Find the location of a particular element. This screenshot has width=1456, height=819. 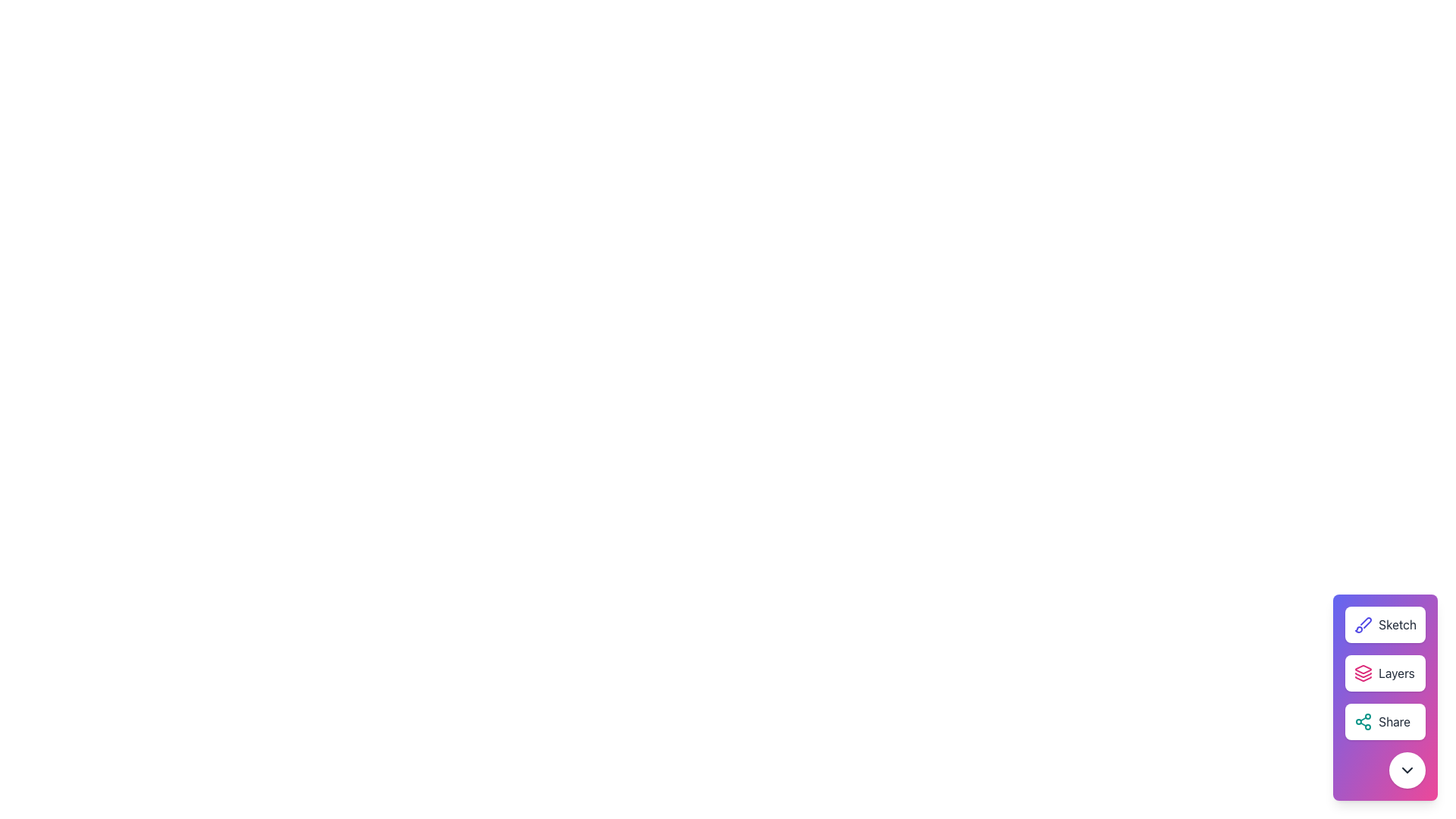

the topmost triangular shape icon in the 'Layers' button group on the right side of the interface is located at coordinates (1363, 669).